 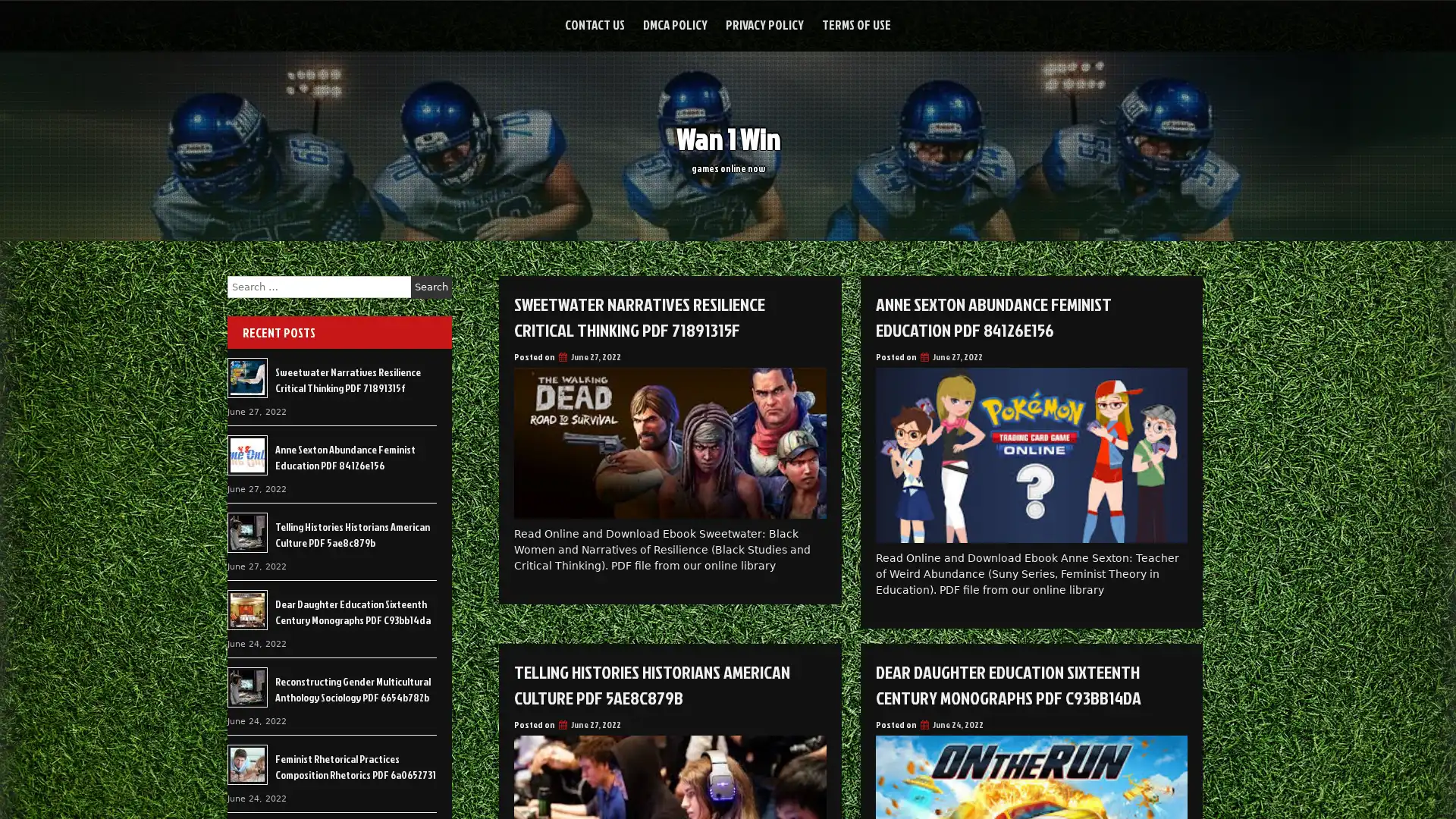 I want to click on Search, so click(x=431, y=287).